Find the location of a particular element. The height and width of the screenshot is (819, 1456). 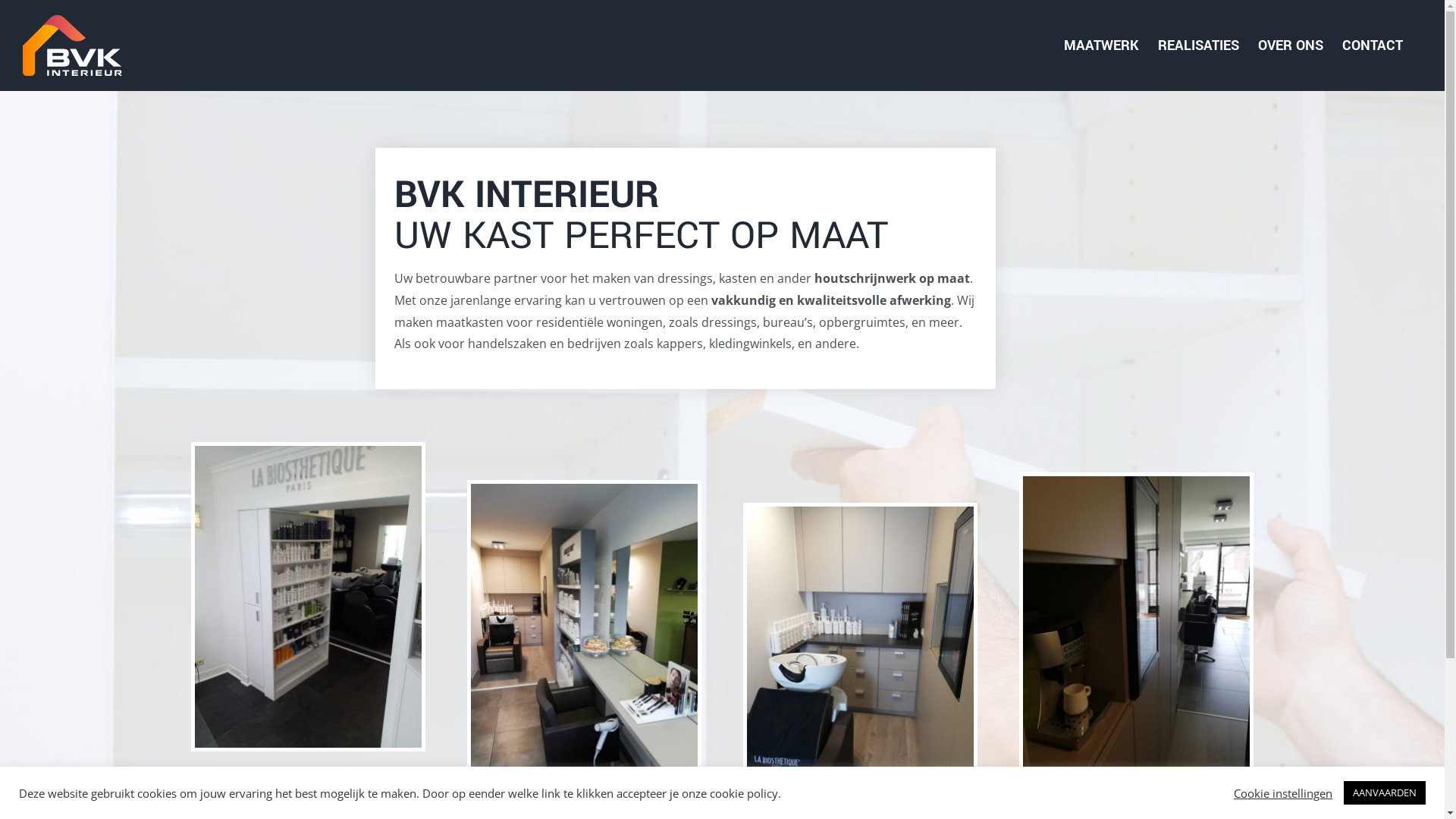

'MAATWERK' is located at coordinates (1101, 45).